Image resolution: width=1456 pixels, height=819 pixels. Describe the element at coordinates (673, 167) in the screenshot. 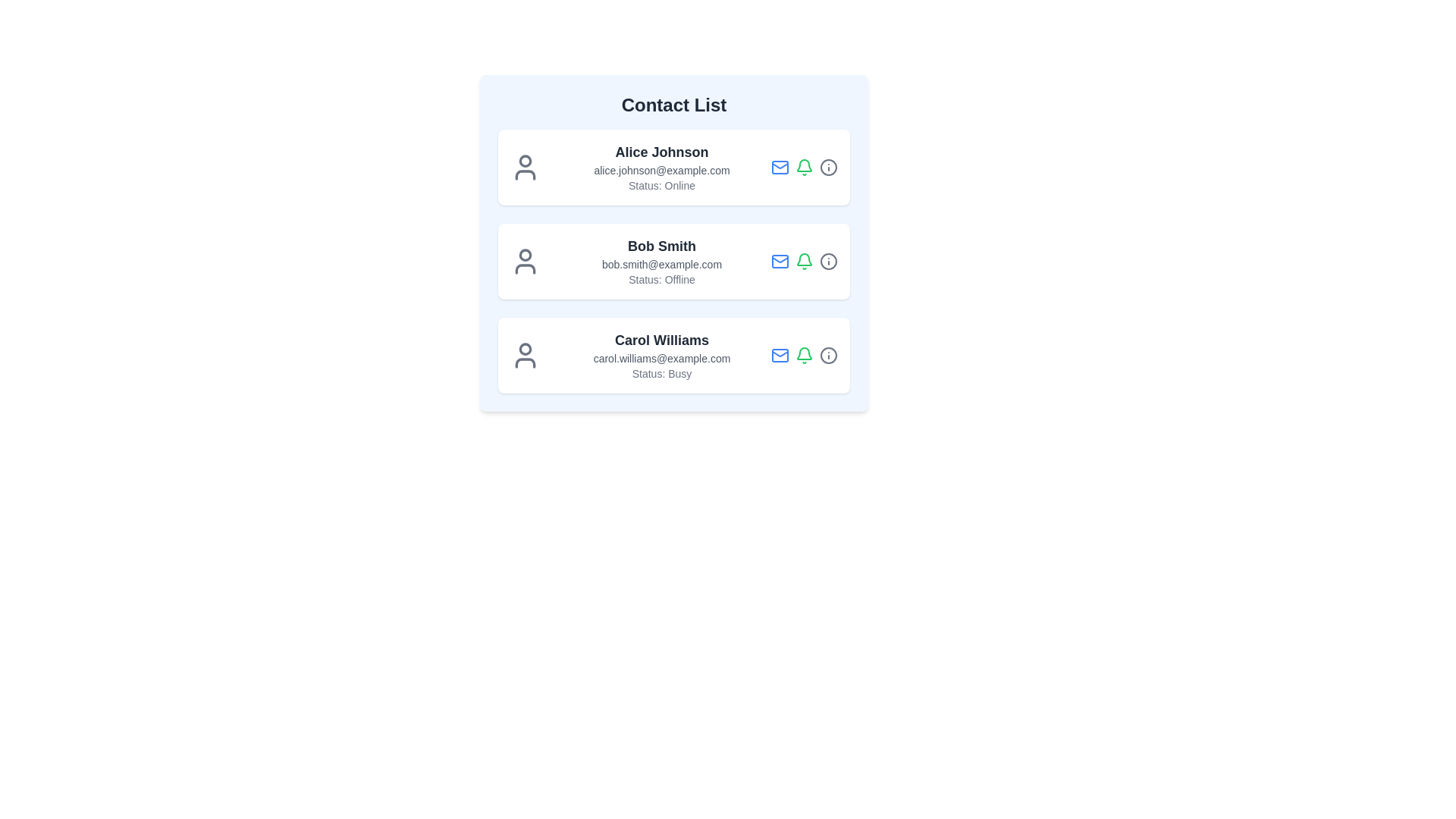

I see `the contact details of Alice Johnson` at that location.